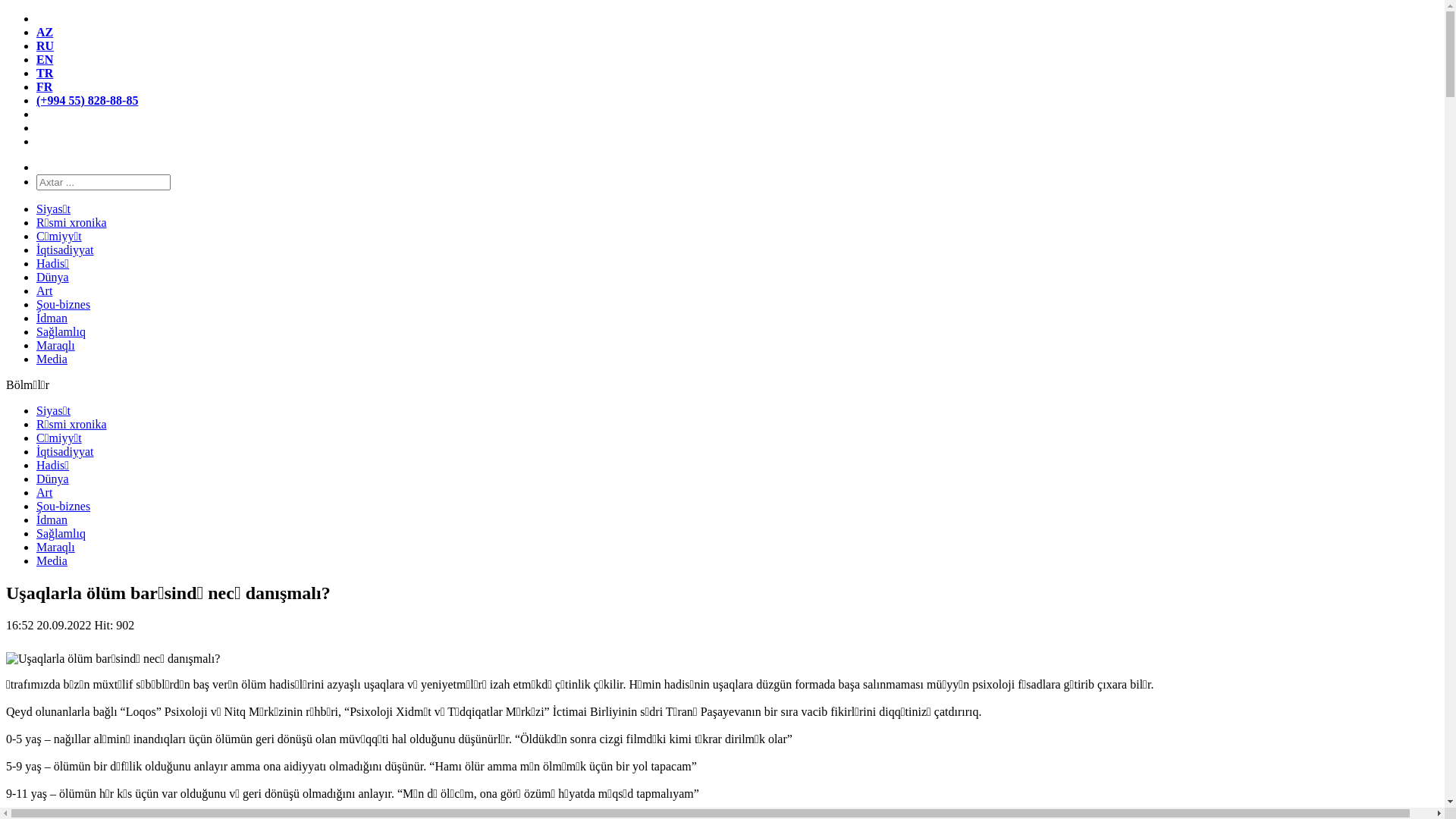  Describe the element at coordinates (44, 290) in the screenshot. I see `'Art'` at that location.